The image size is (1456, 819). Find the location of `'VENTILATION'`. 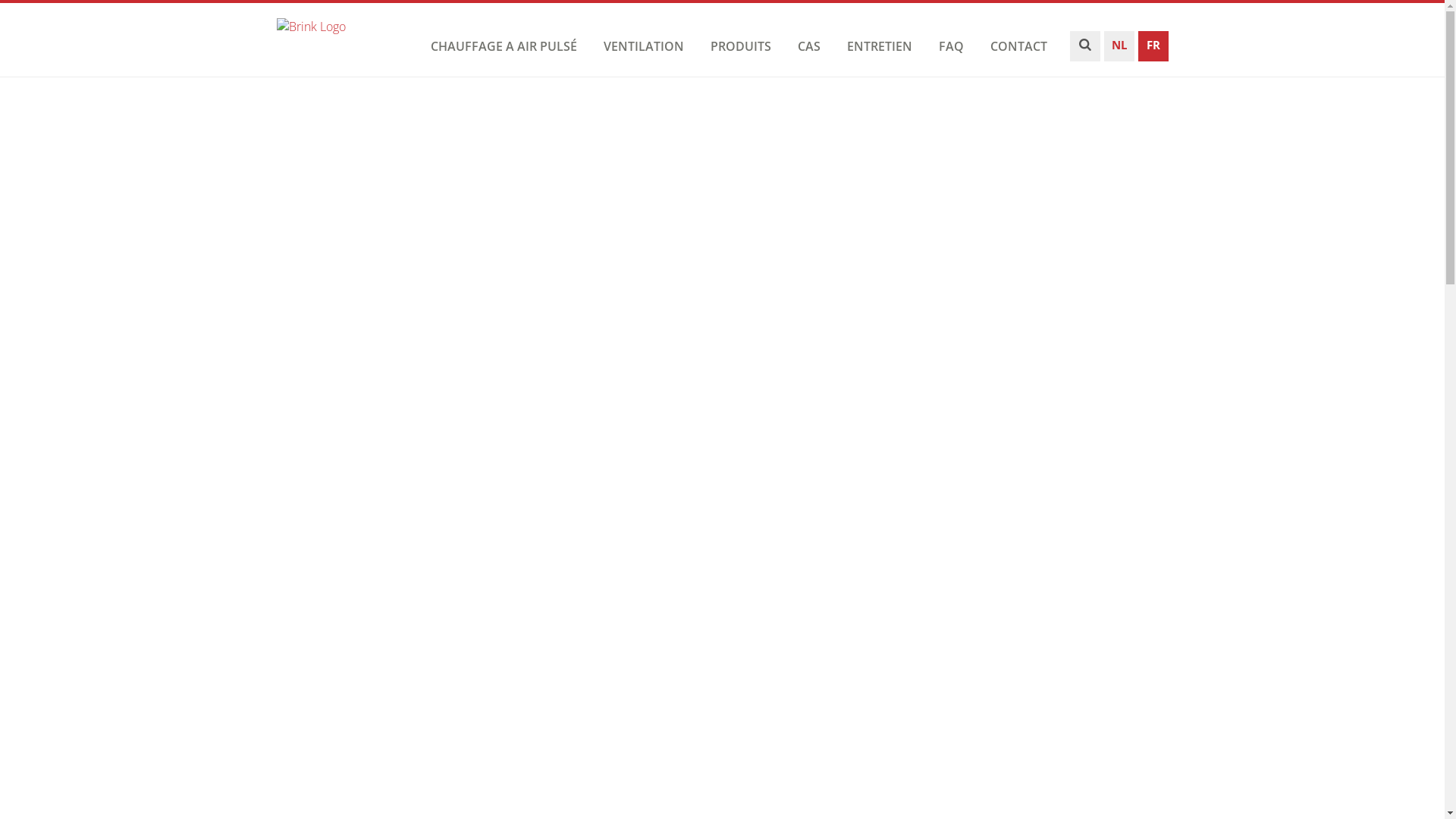

'VENTILATION' is located at coordinates (643, 45).